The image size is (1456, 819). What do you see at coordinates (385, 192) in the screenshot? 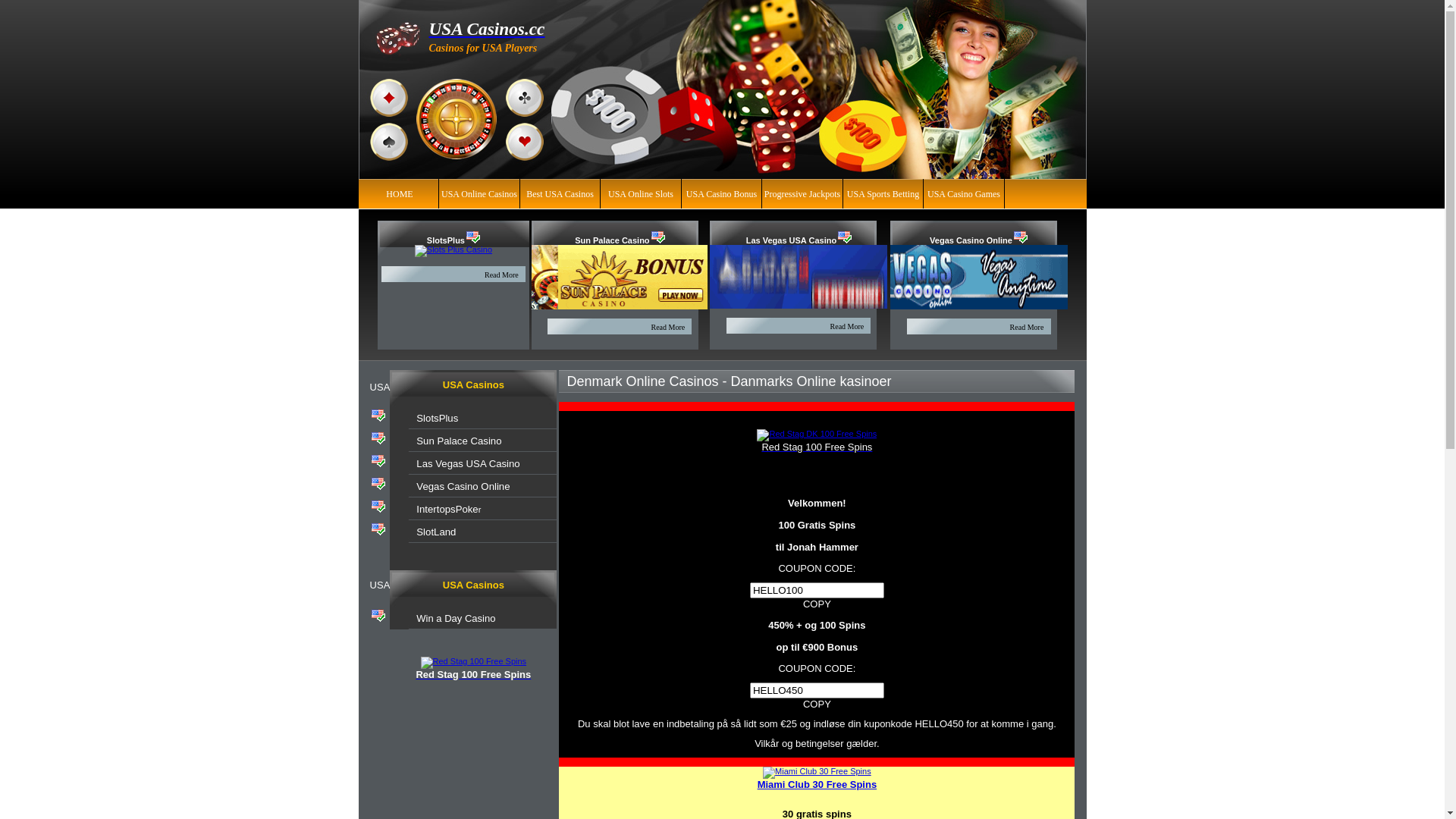
I see `'HOME'` at bounding box center [385, 192].